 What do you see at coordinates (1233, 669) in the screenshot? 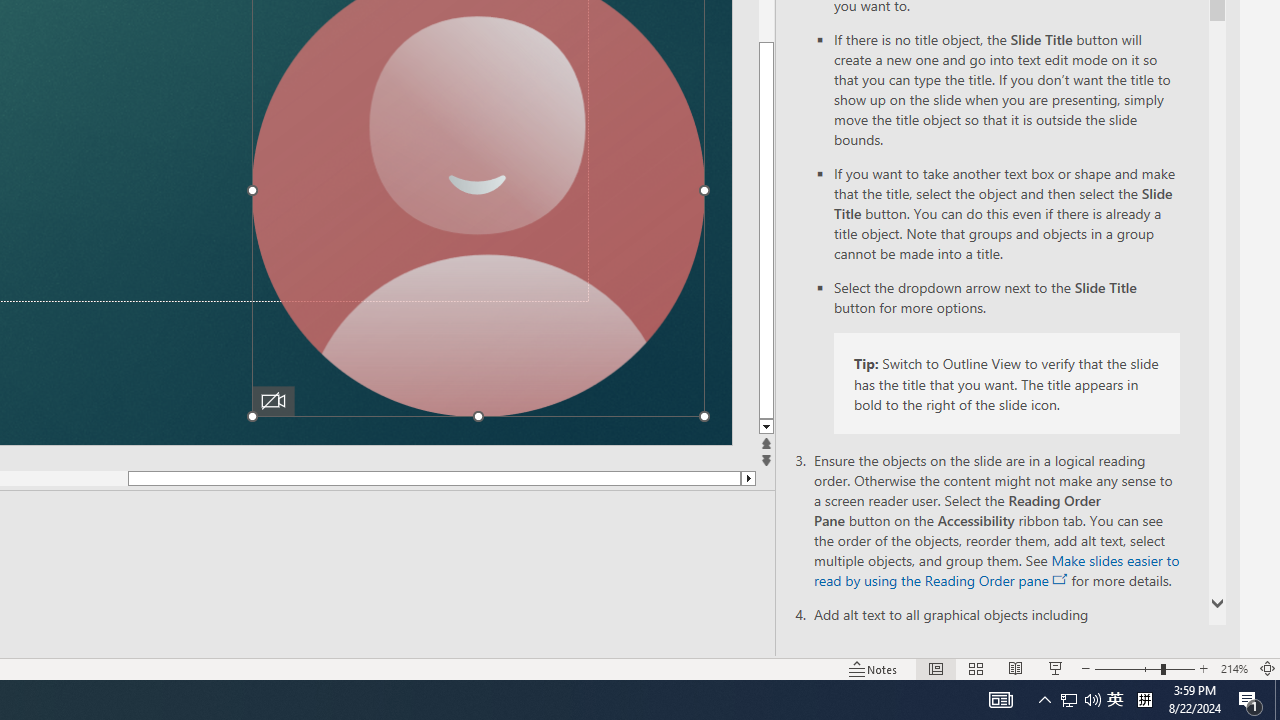
I see `'Zoom 214%'` at bounding box center [1233, 669].